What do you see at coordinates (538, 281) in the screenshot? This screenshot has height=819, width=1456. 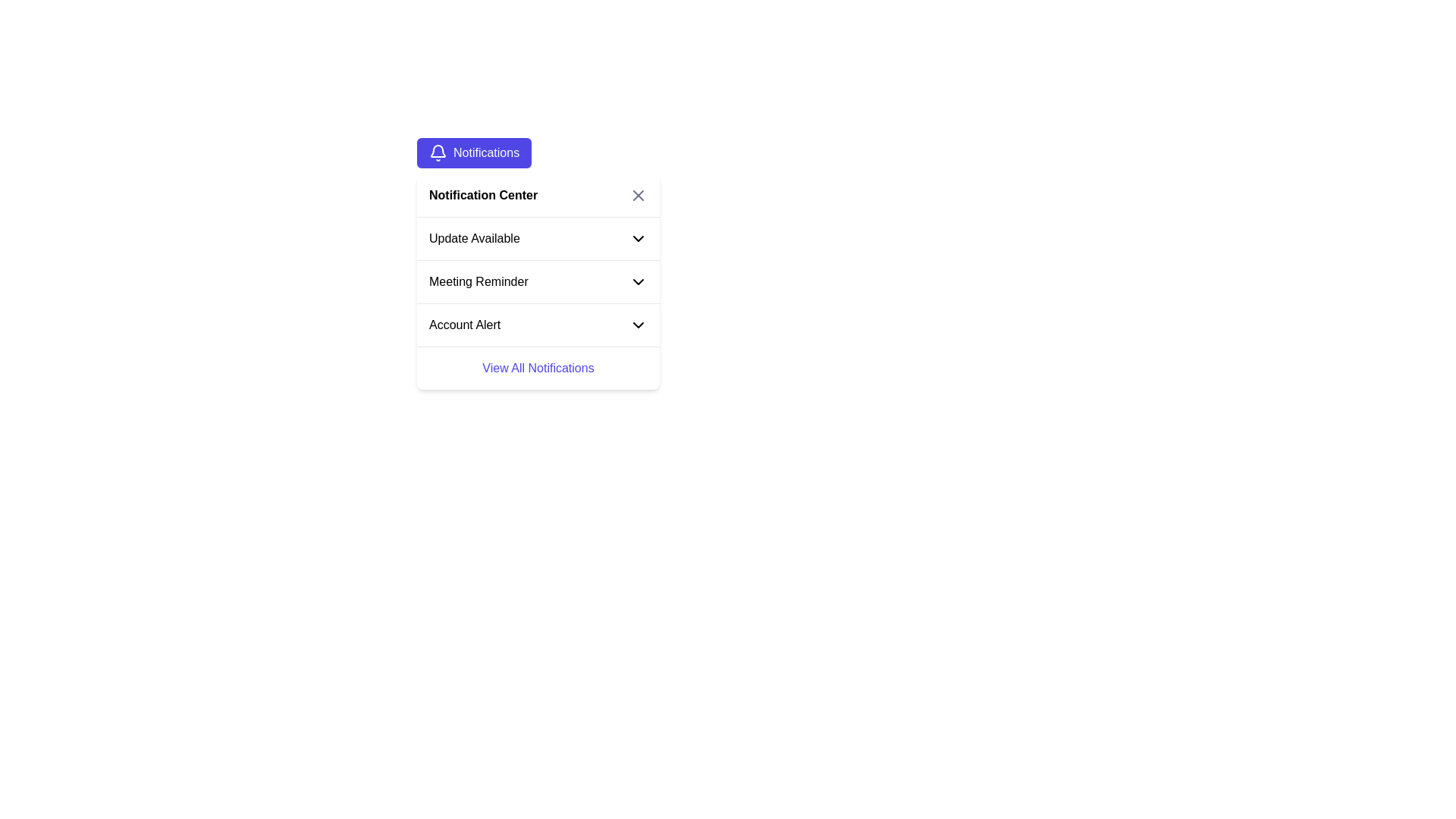 I see `the second list item labeled 'Meeting Reminder' in the notification dropdown menu to highlight it` at bounding box center [538, 281].